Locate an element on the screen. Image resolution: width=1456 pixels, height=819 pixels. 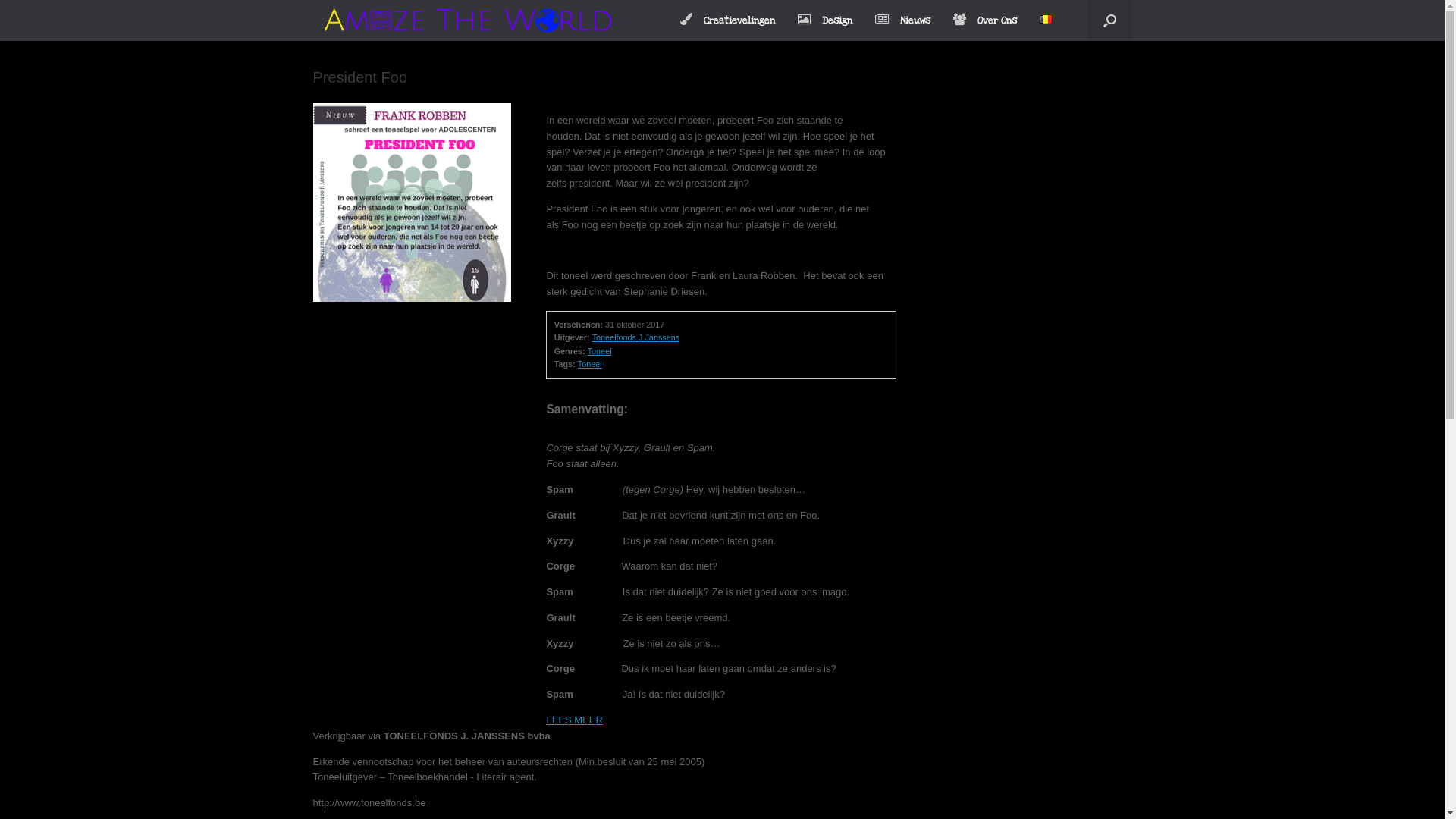
'Toneel' is located at coordinates (588, 363).